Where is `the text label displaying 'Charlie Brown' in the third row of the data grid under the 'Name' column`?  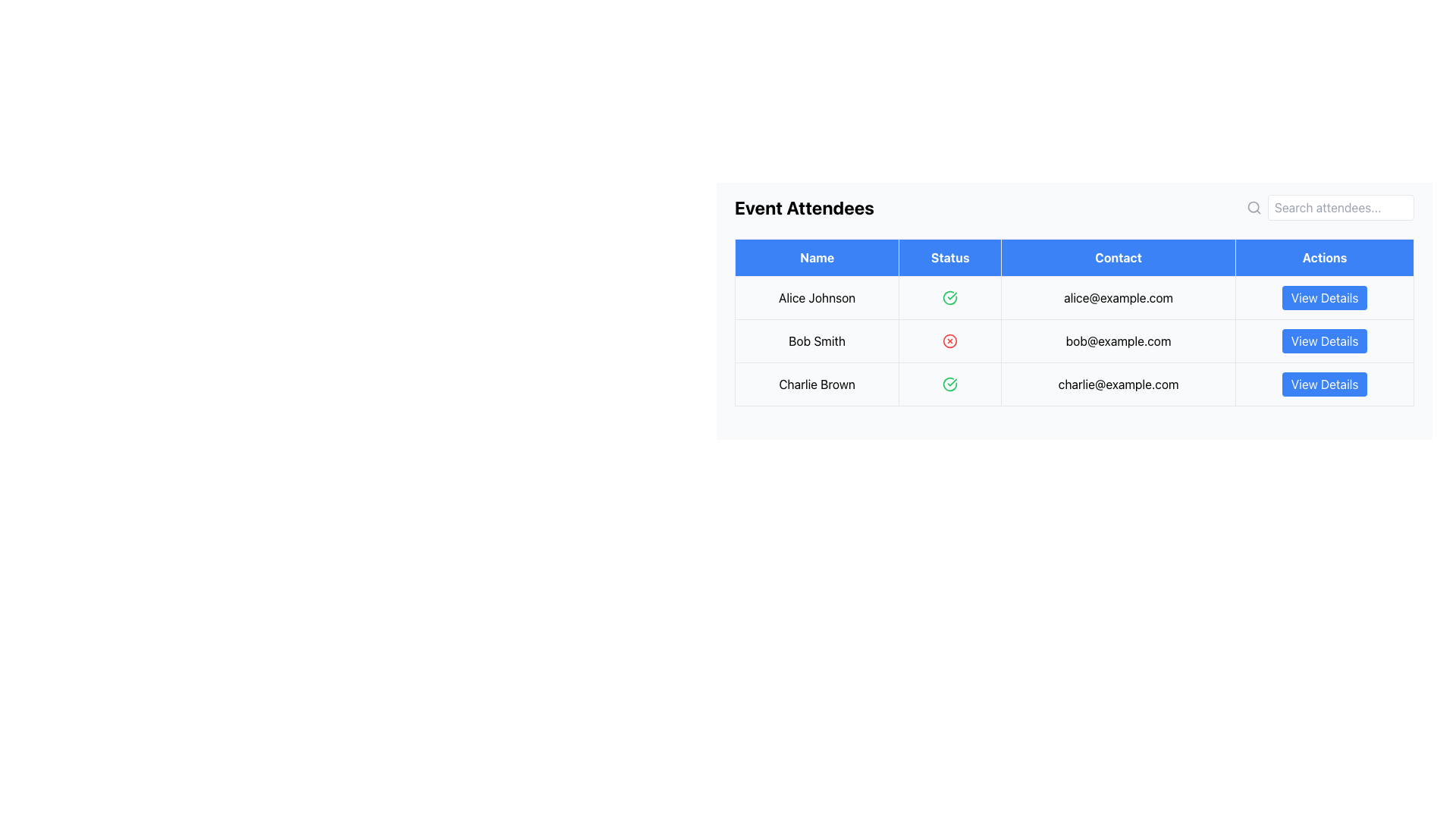 the text label displaying 'Charlie Brown' in the third row of the data grid under the 'Name' column is located at coordinates (816, 383).